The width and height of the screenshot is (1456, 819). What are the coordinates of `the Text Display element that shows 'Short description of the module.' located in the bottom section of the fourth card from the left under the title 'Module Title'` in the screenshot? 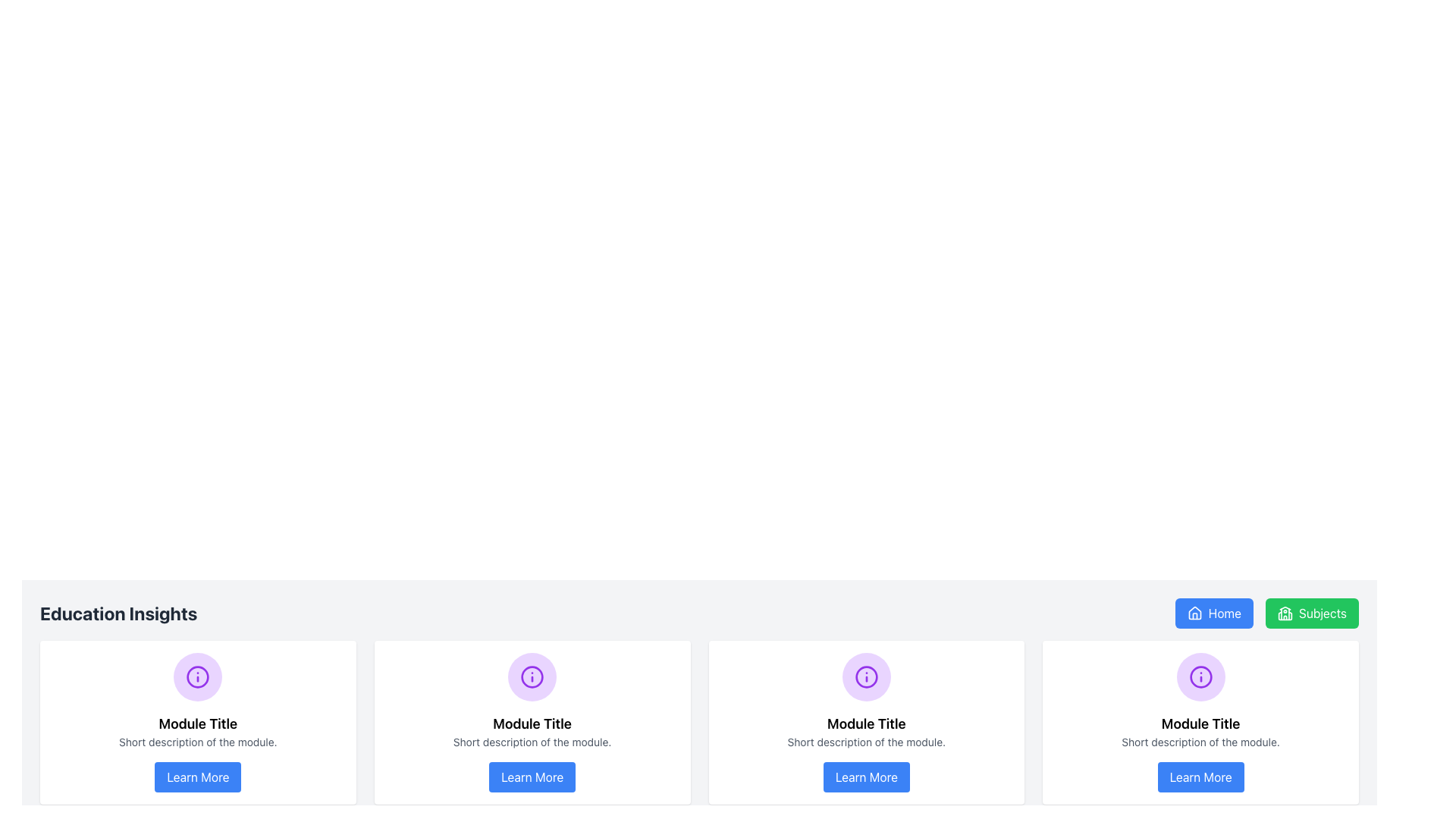 It's located at (1200, 742).